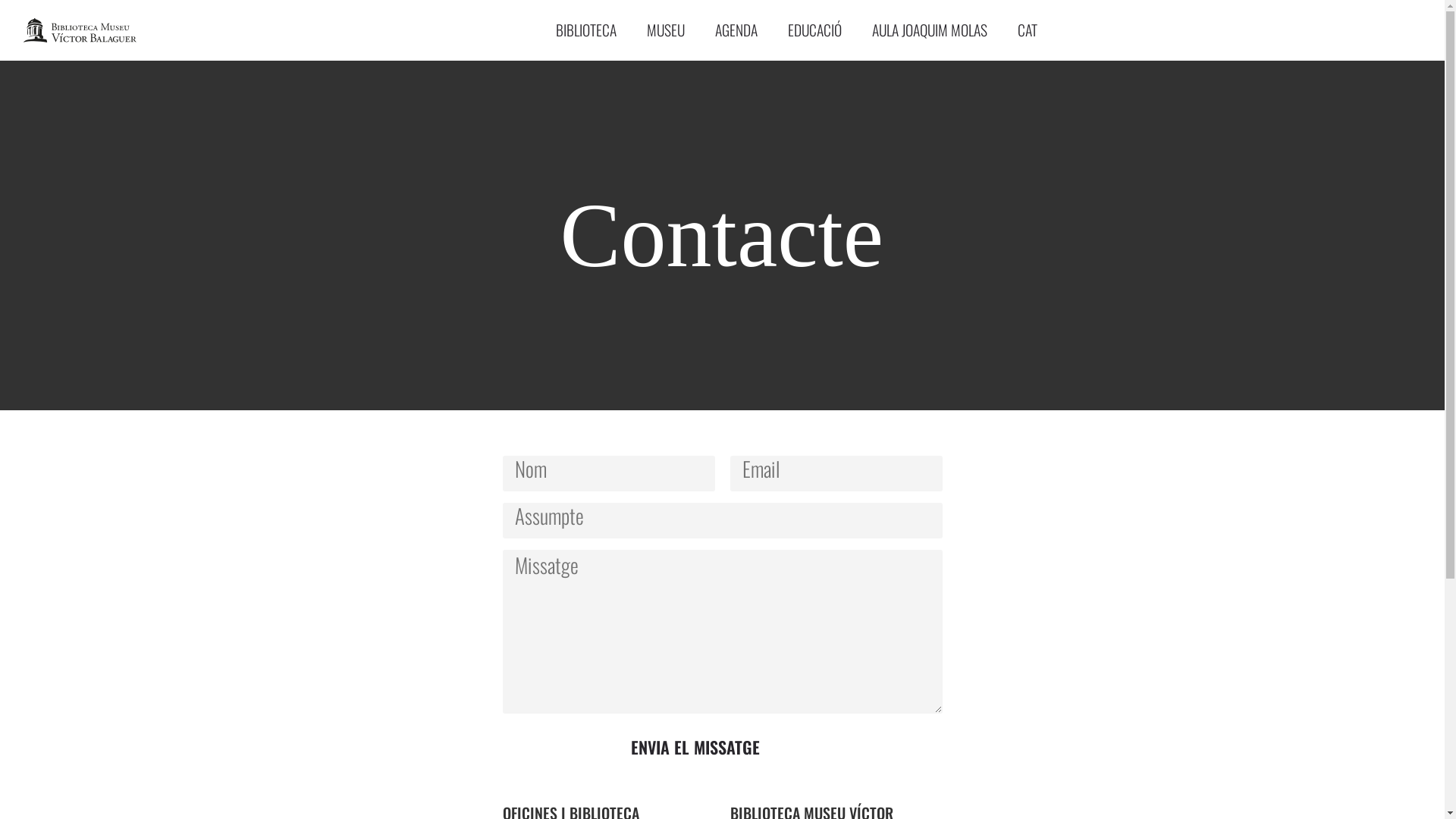  Describe the element at coordinates (928, 30) in the screenshot. I see `'AULA JOAQUIM MOLAS'` at that location.